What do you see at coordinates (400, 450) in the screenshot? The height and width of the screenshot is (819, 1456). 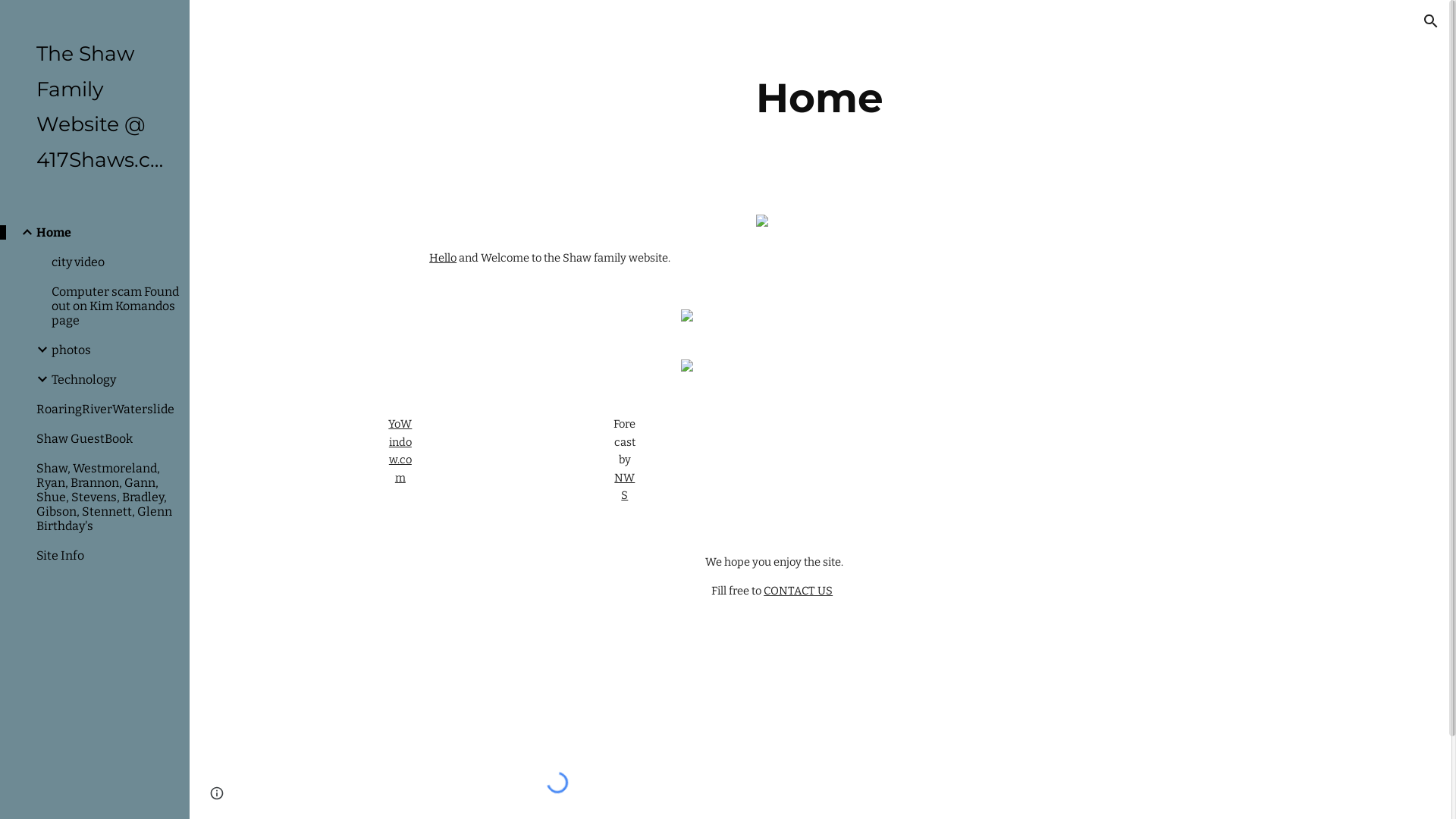 I see `'YoWindow.com'` at bounding box center [400, 450].